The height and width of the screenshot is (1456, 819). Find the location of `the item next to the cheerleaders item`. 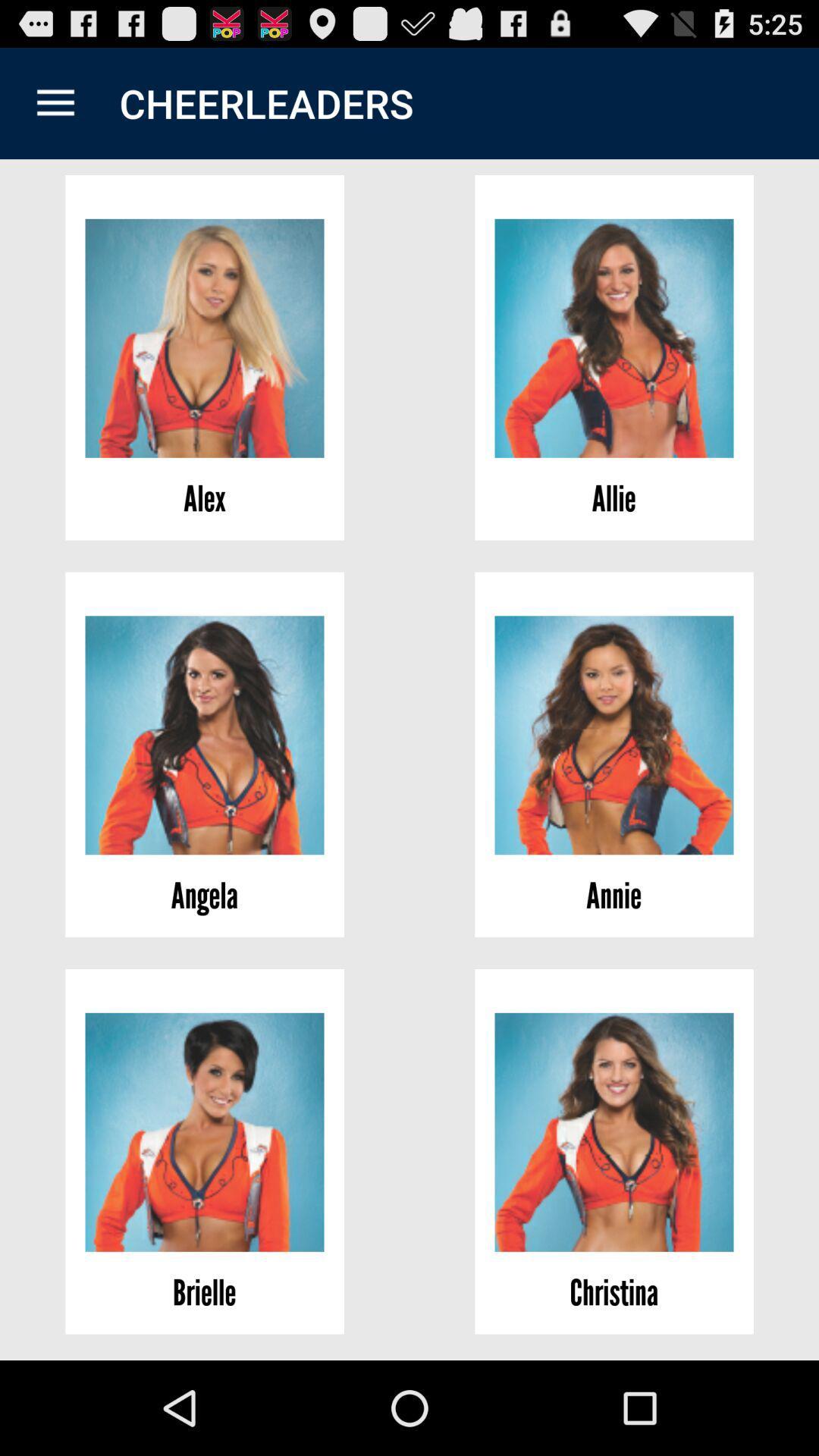

the item next to the cheerleaders item is located at coordinates (55, 102).